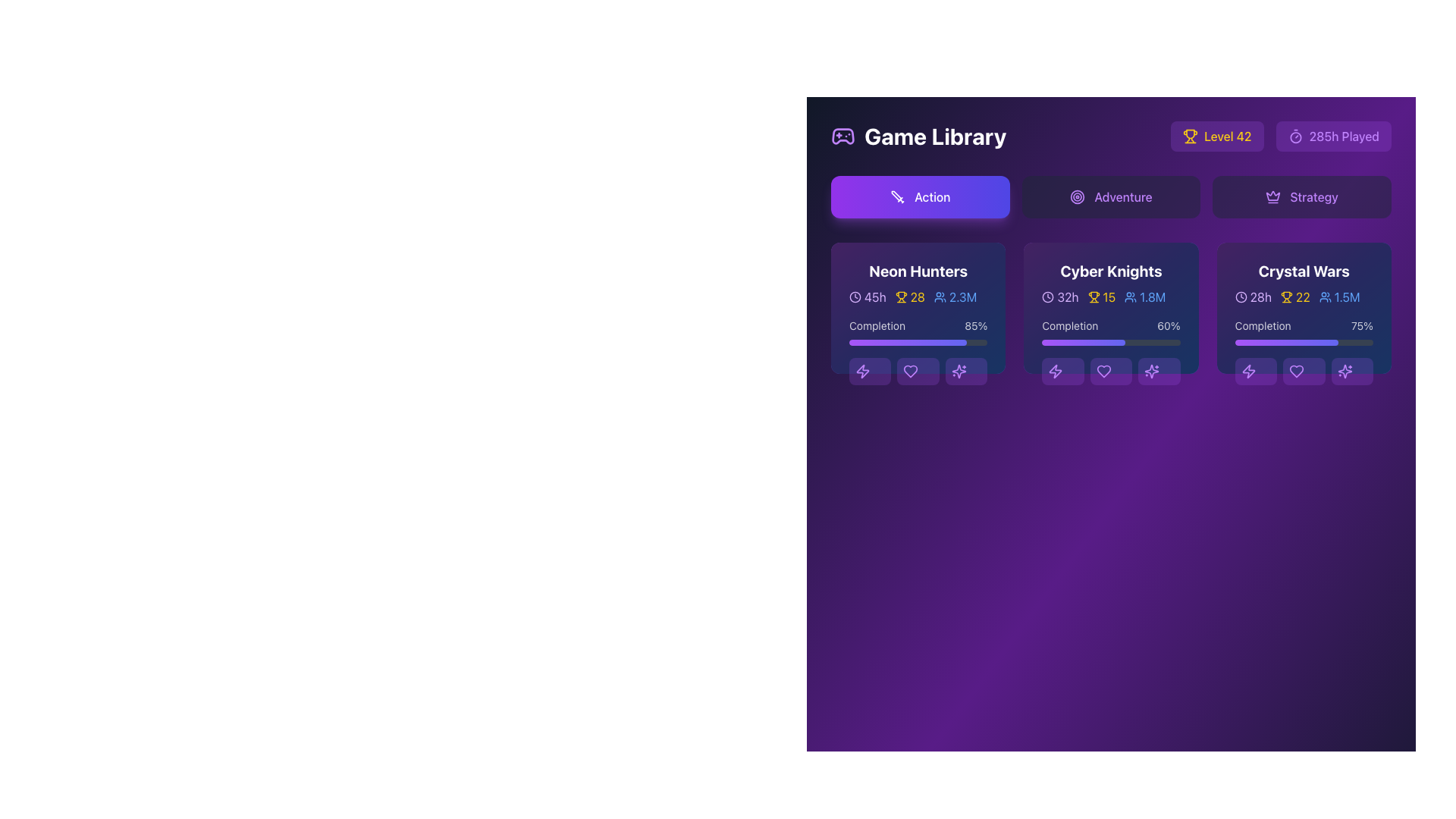  Describe the element at coordinates (1158, 371) in the screenshot. I see `the rounded rectangular purple button with a star icon` at that location.